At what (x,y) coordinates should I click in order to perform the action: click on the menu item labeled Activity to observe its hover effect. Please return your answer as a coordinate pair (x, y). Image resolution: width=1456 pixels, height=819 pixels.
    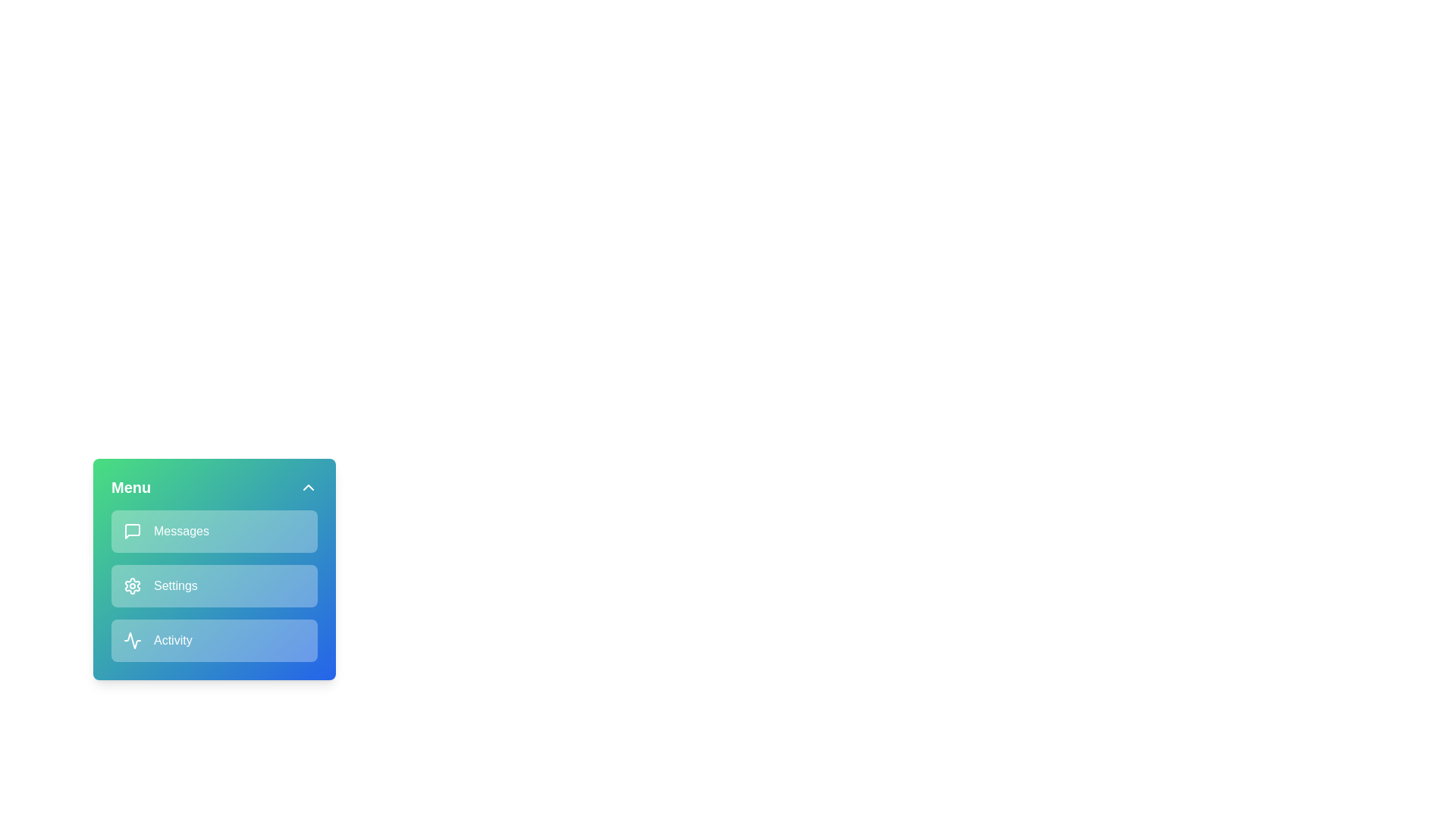
    Looking at the image, I should click on (214, 640).